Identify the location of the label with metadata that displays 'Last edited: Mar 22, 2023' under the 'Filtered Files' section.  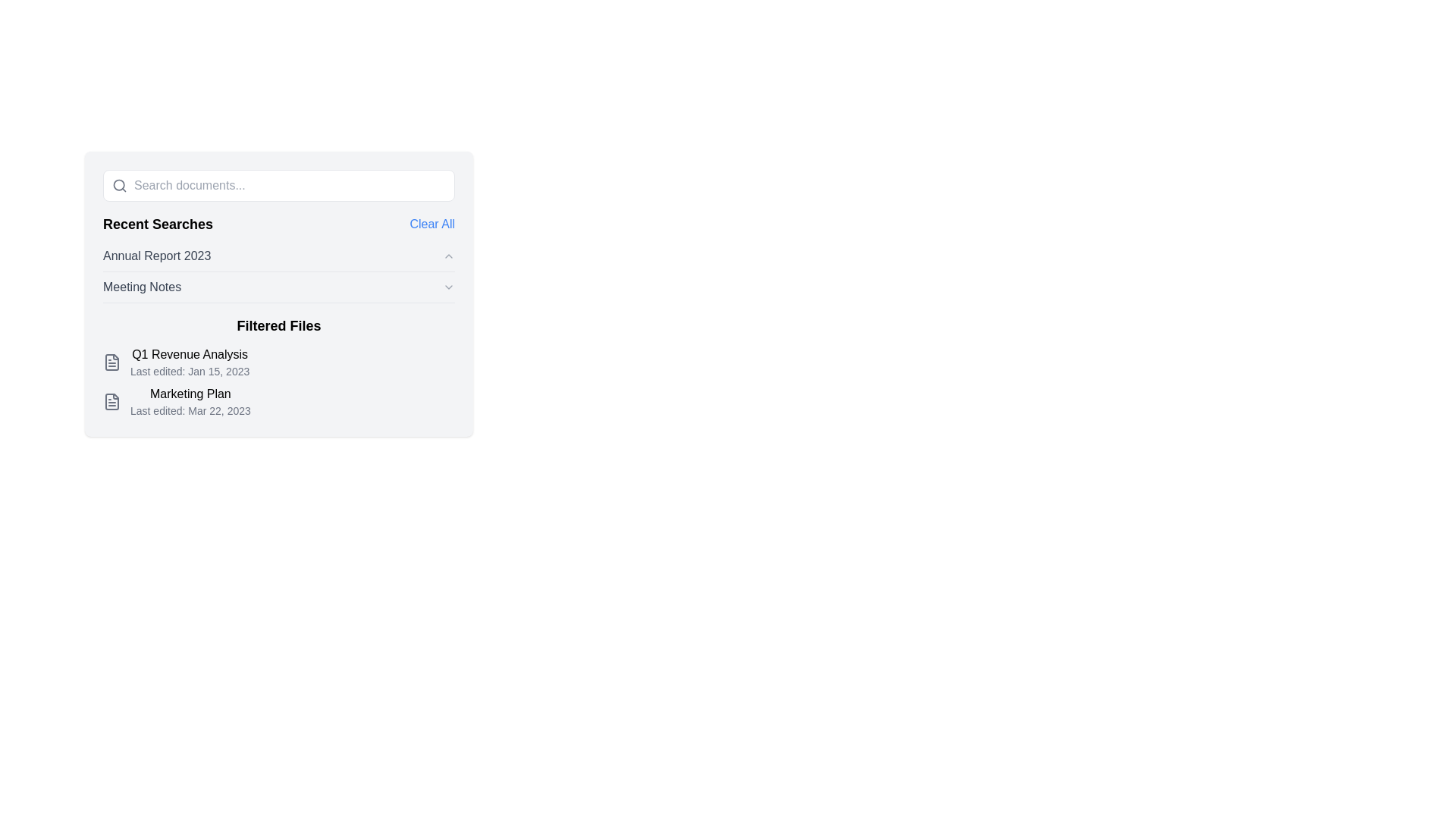
(190, 400).